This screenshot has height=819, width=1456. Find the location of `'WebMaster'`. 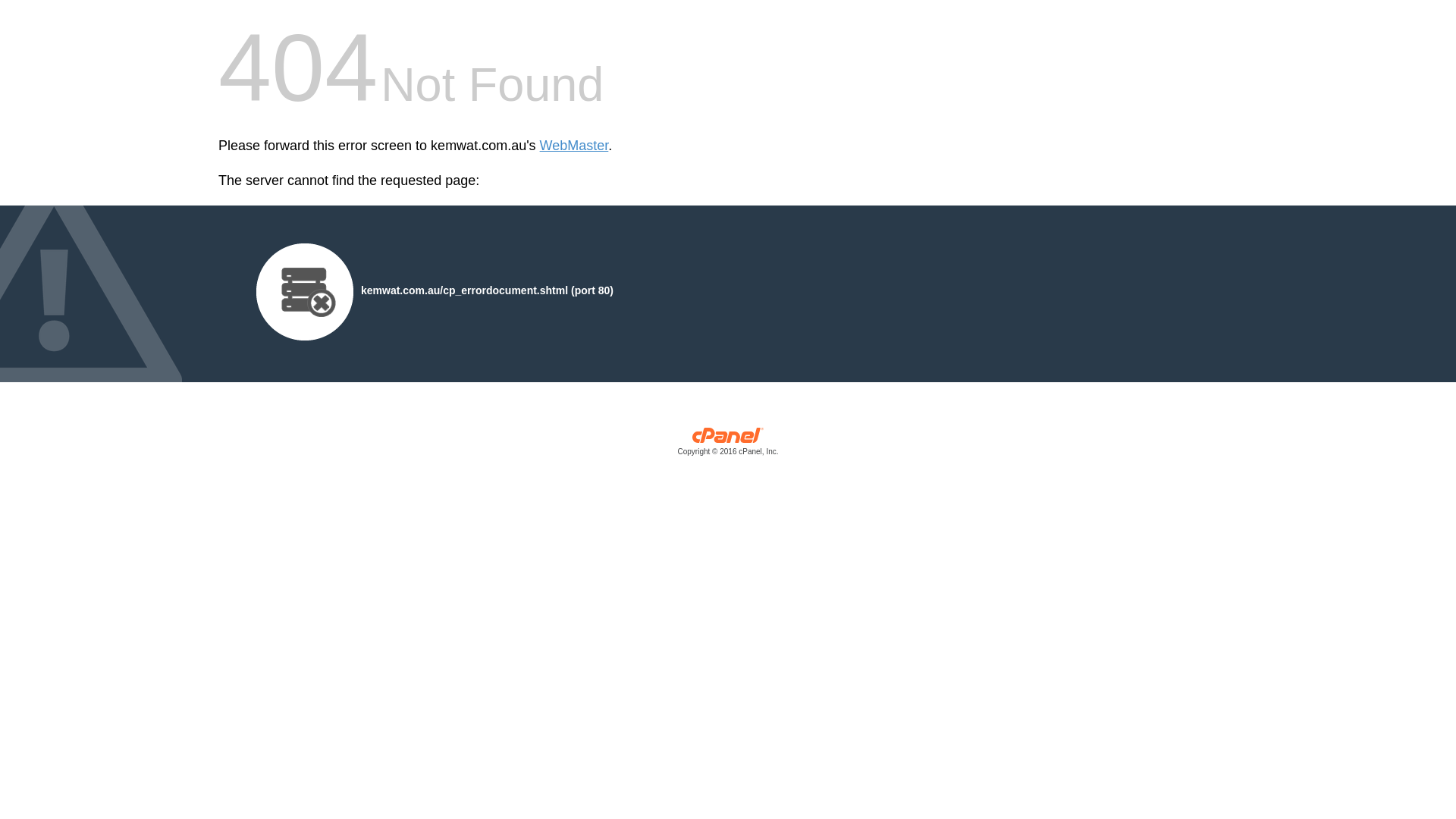

'WebMaster' is located at coordinates (573, 146).